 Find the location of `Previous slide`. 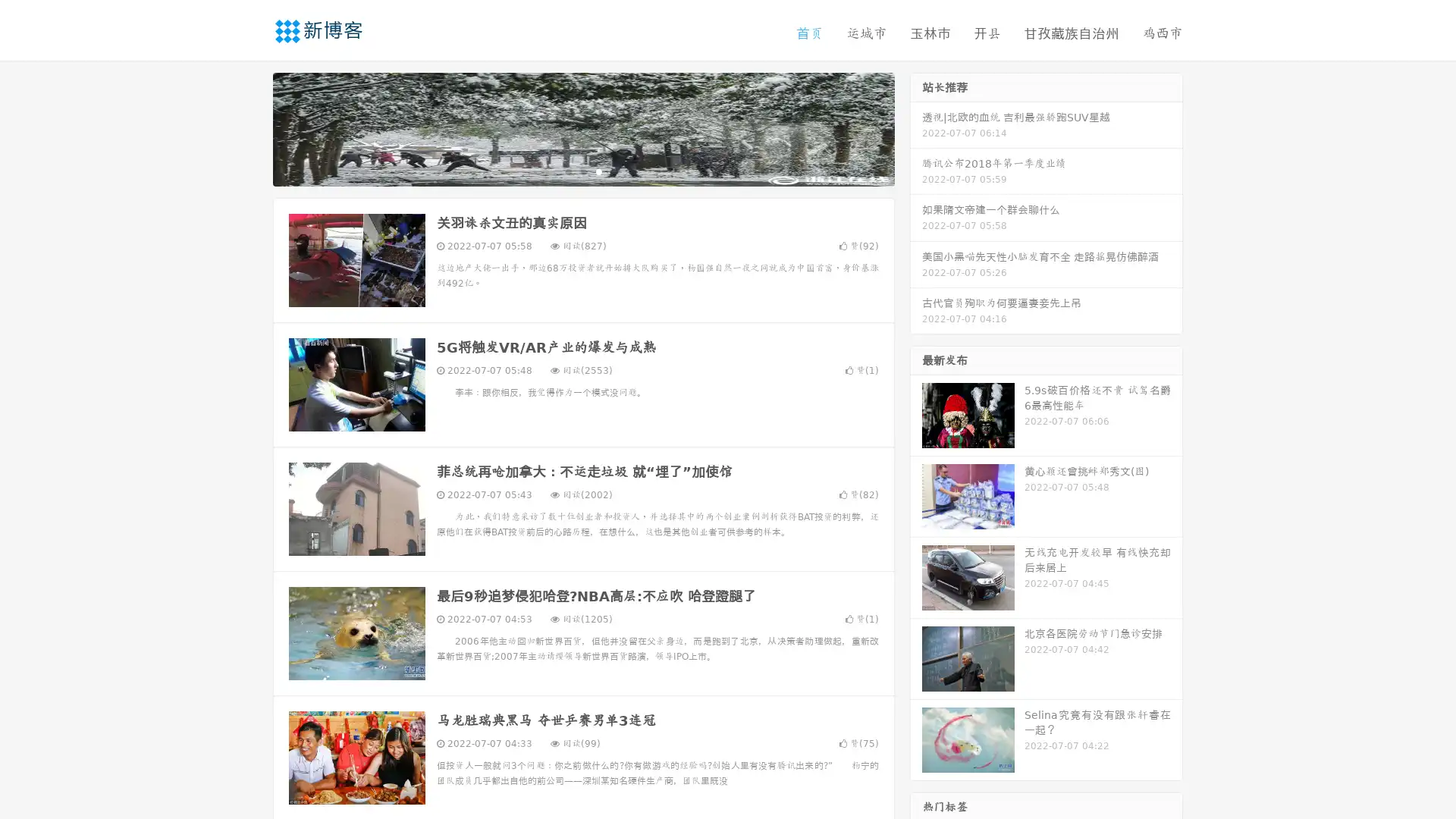

Previous slide is located at coordinates (250, 127).